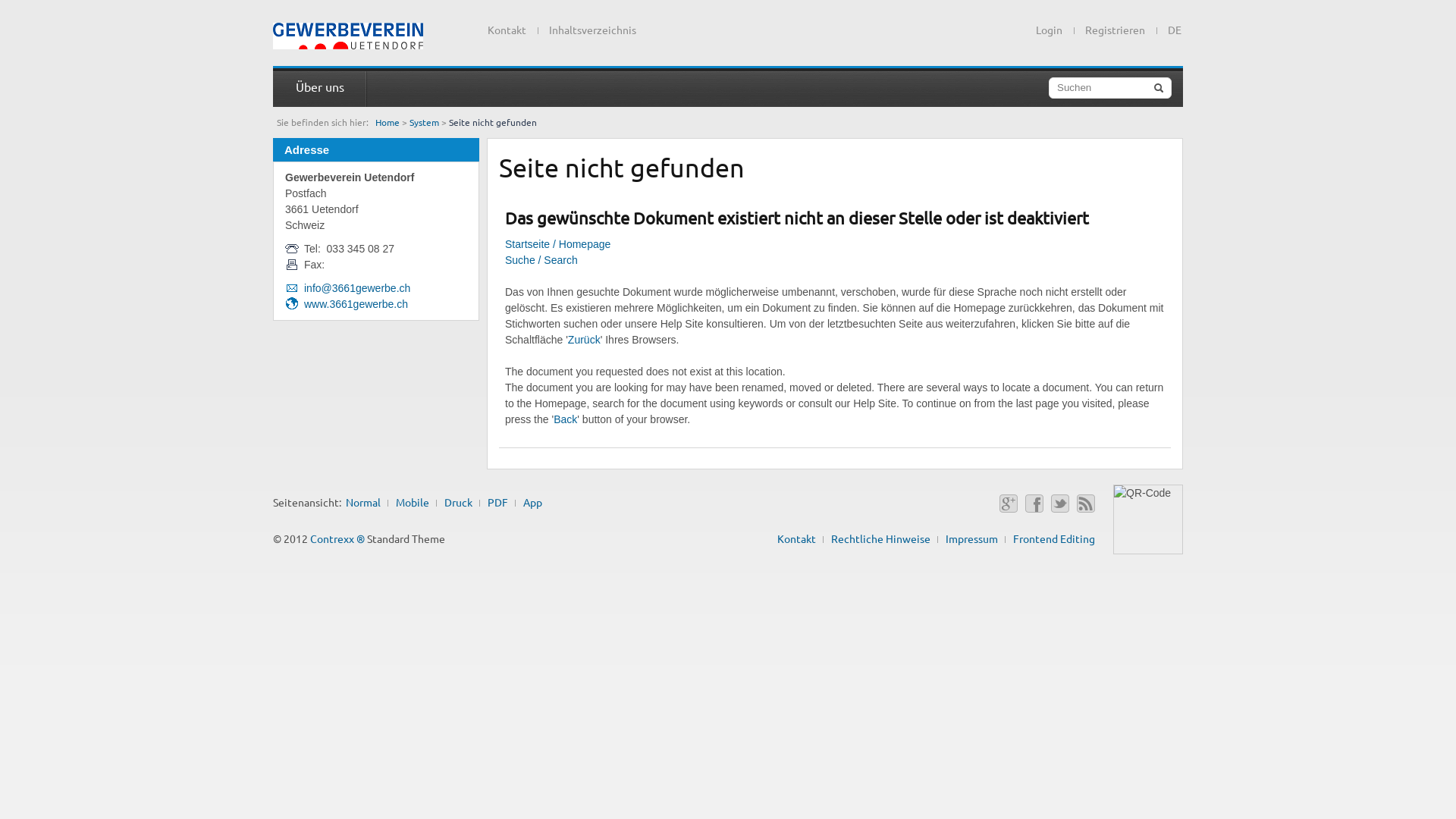 The width and height of the screenshot is (1456, 819). Describe the element at coordinates (1084, 29) in the screenshot. I see `'Registrieren'` at that location.